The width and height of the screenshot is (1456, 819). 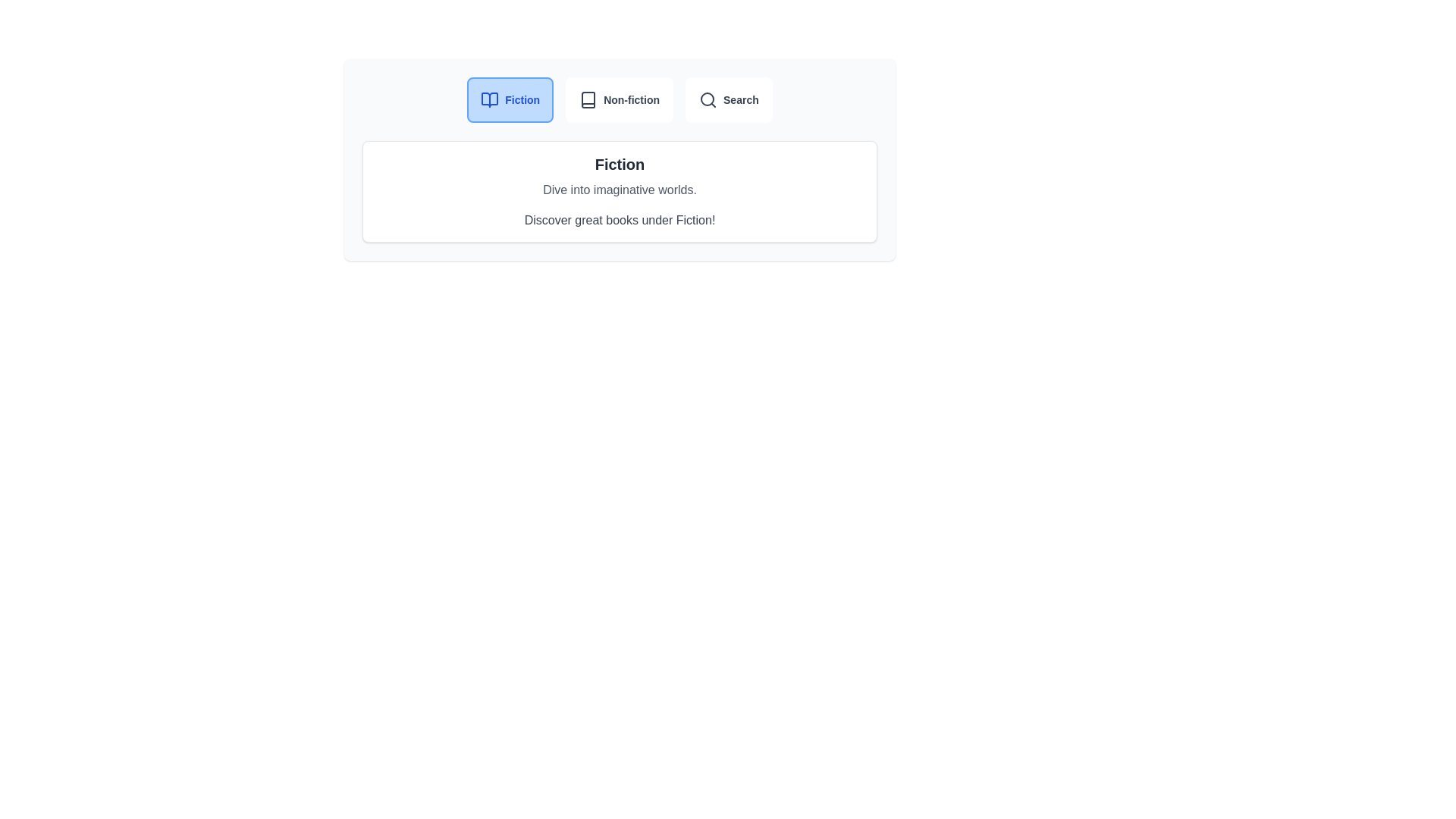 I want to click on the rounded rectangular button with a light blue background and blue borders that contains a blue book icon and the text 'Fiction', so click(x=510, y=99).